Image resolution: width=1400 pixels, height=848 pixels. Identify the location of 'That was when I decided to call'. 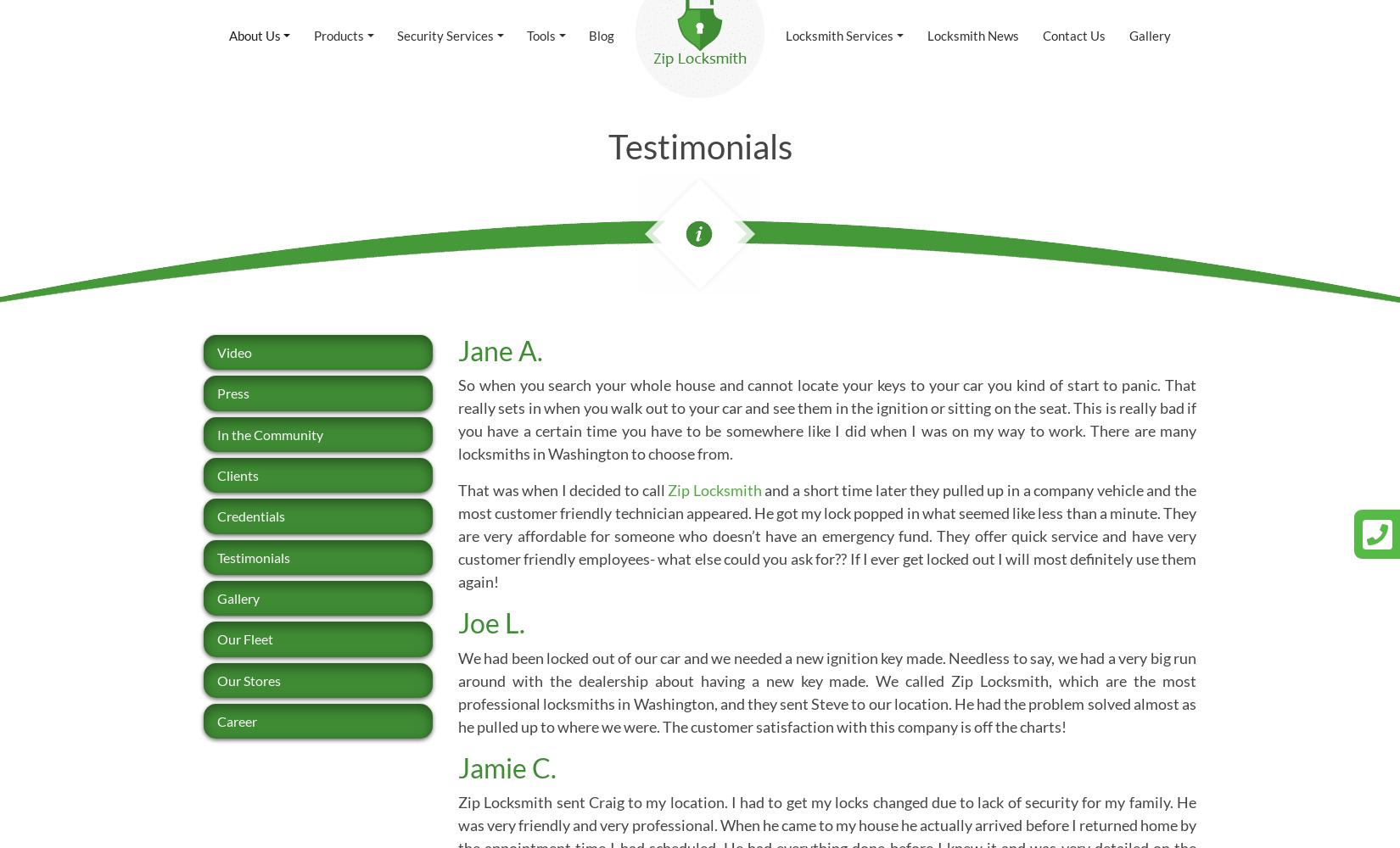
(562, 489).